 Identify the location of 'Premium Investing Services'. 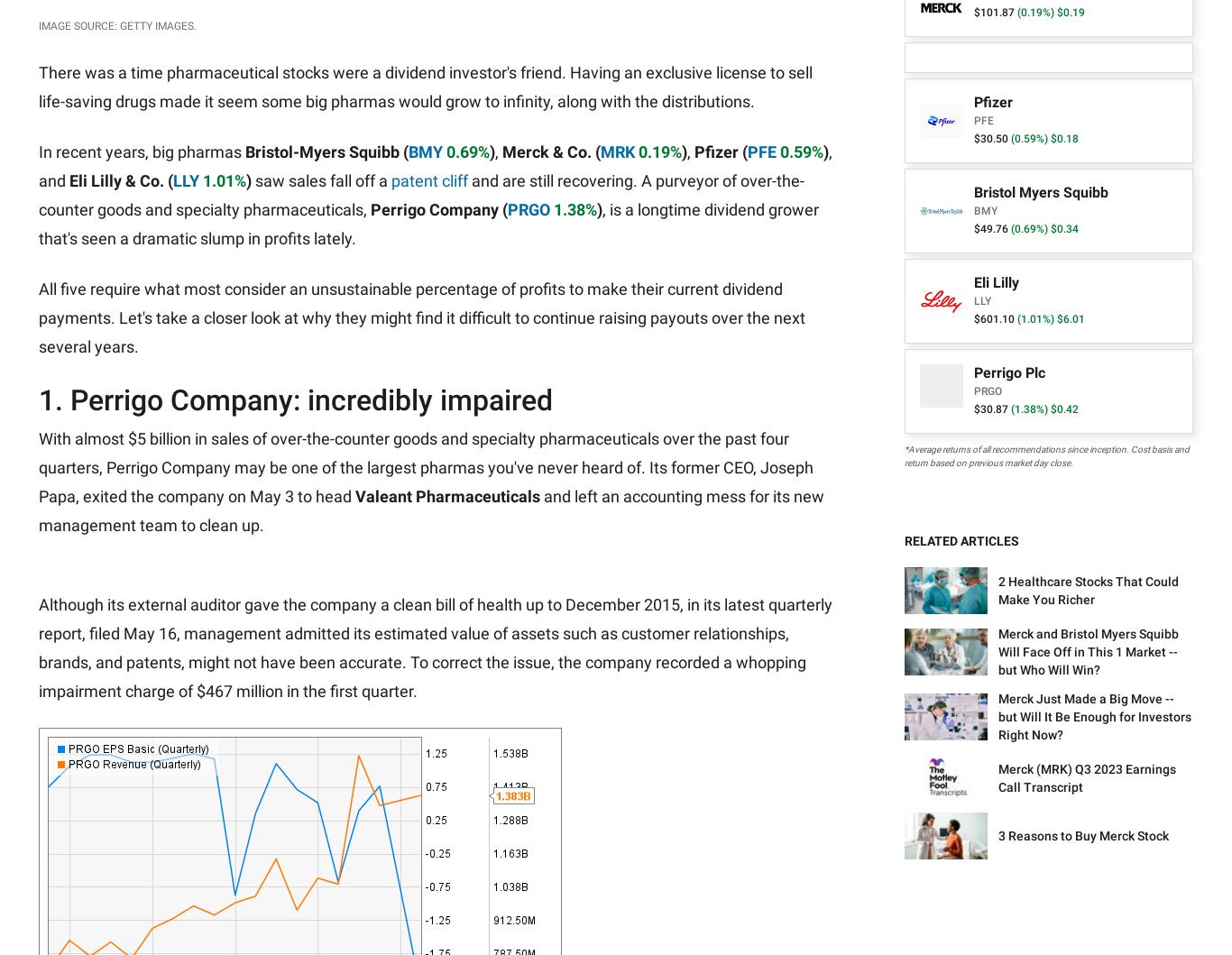
(215, 771).